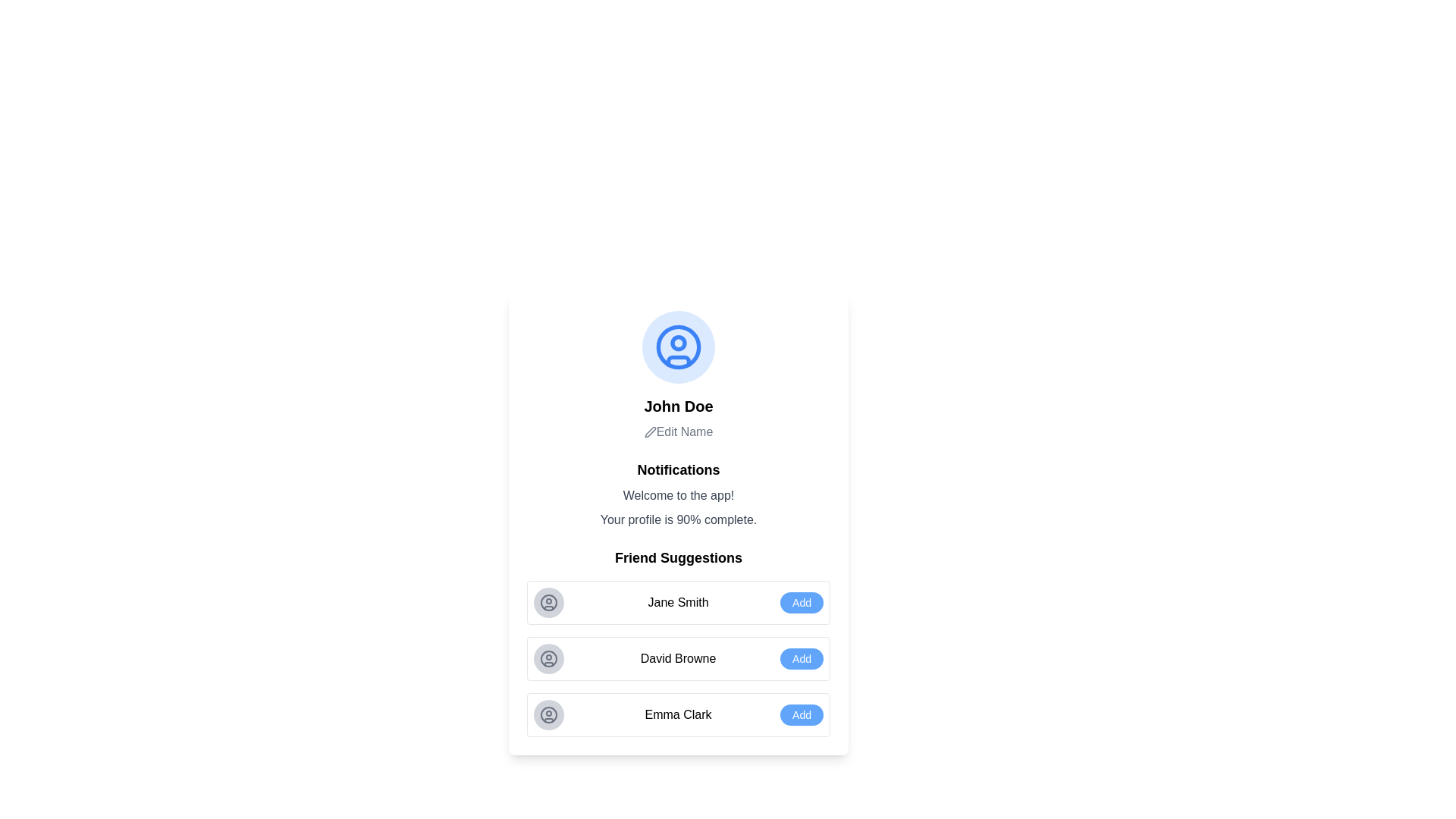  What do you see at coordinates (548, 601) in the screenshot?
I see `the circular user profile avatar icon with a gray outline and a central user silhouette, located to the left of 'Jane Smith' and the blue 'Add' button` at bounding box center [548, 601].